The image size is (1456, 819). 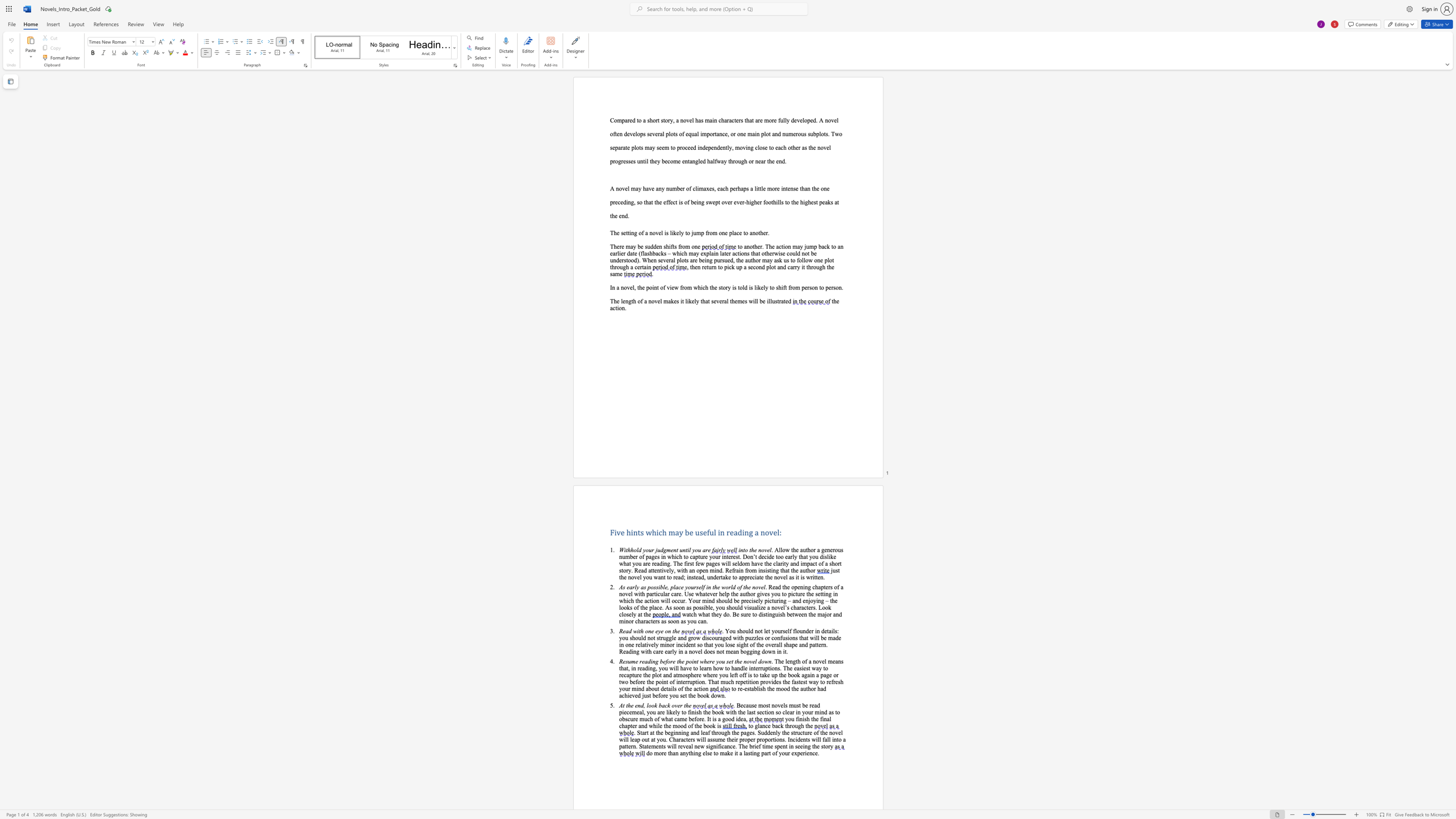 I want to click on the subset text "ment until y" within the text "Withhold your judgment until you are", so click(x=665, y=549).